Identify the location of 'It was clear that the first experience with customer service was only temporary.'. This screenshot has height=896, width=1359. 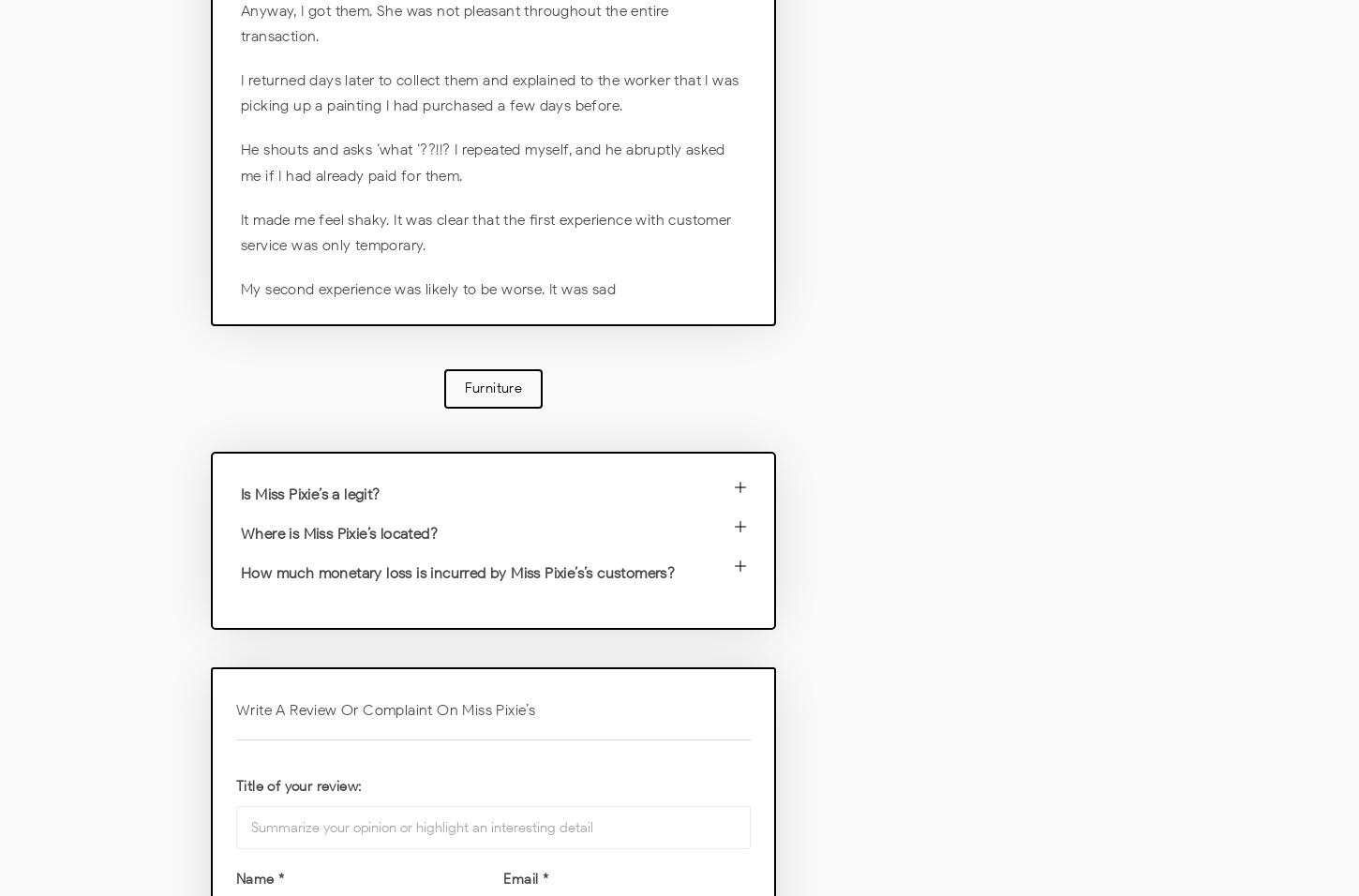
(485, 231).